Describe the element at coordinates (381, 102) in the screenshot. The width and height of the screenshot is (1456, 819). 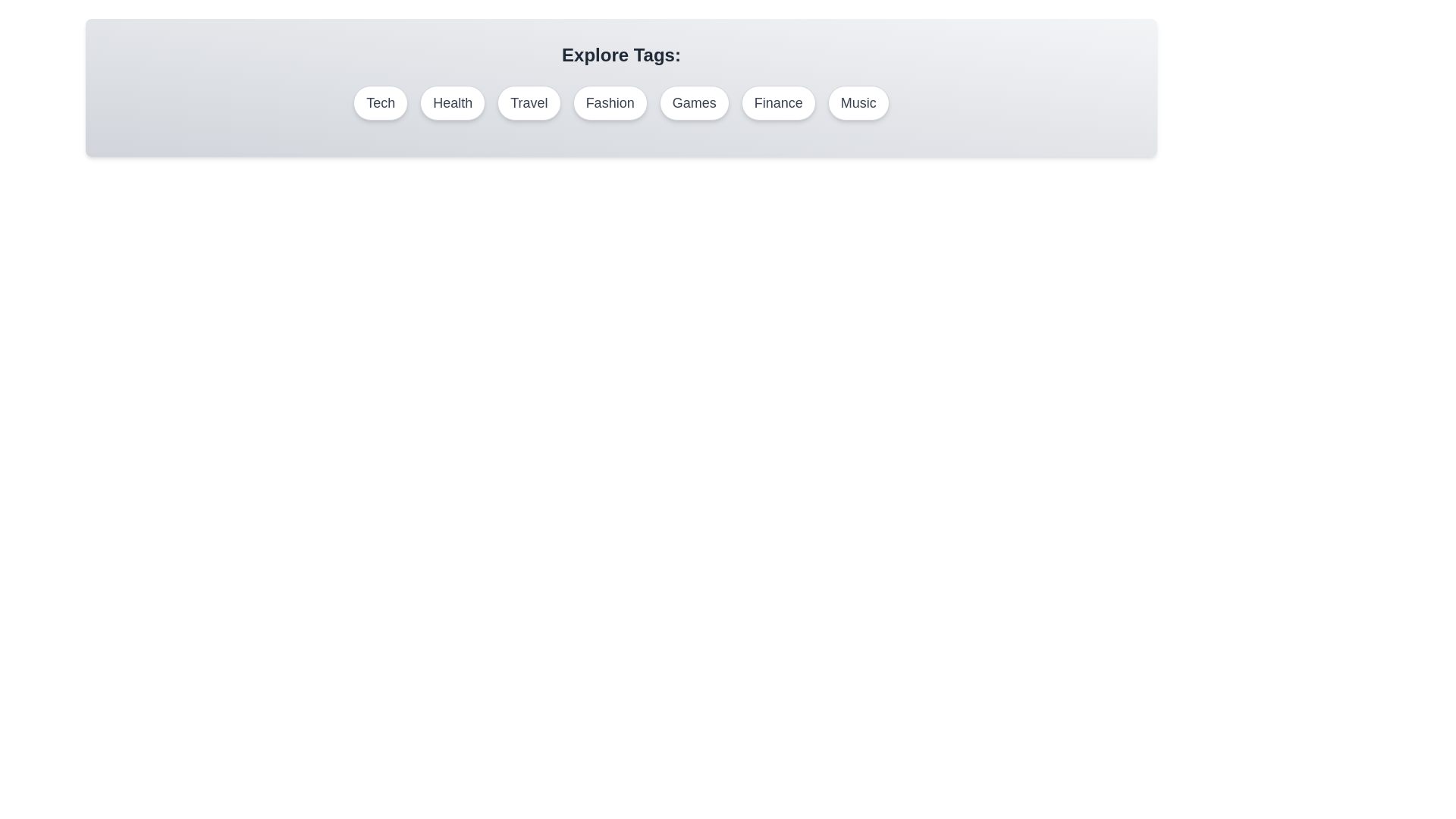
I see `the tag labeled Tech to deselect it` at that location.